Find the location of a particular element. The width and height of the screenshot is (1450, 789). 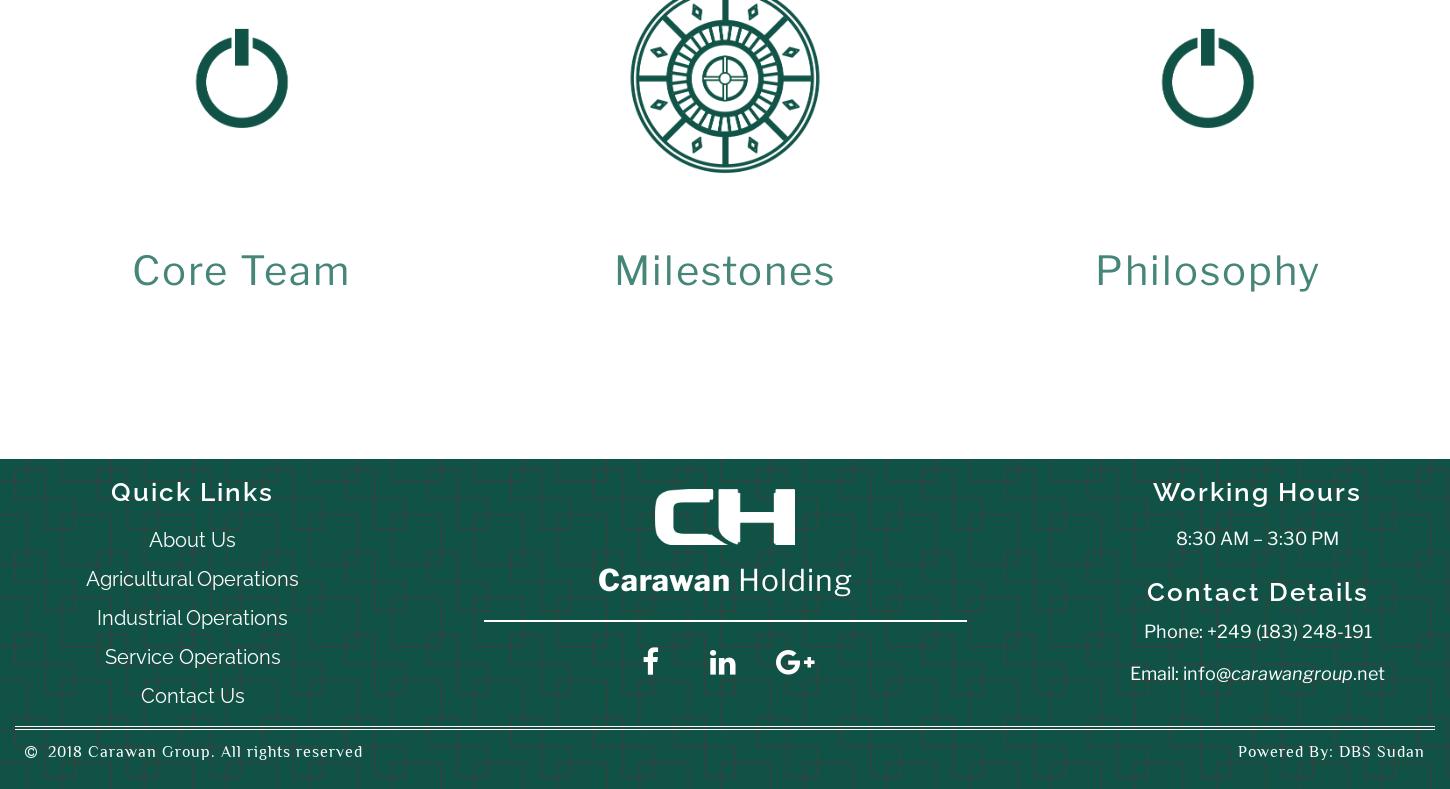

'carawangroup' is located at coordinates (1291, 671).